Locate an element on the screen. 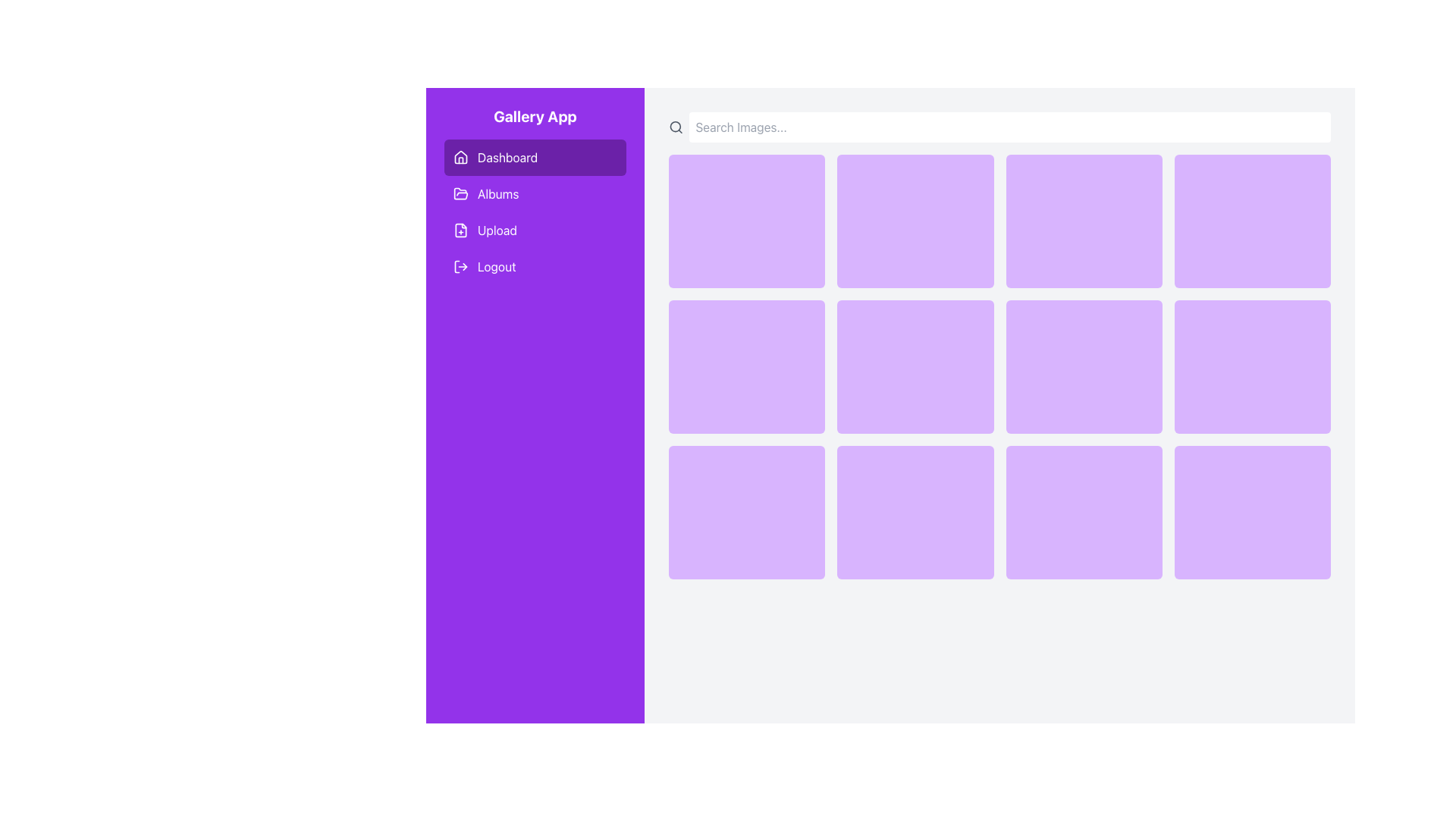 The image size is (1456, 819). the second block in the second row of a 4x3 grid, which is a rectangular block with rounded corners and a purple background that darkens on hover is located at coordinates (915, 366).